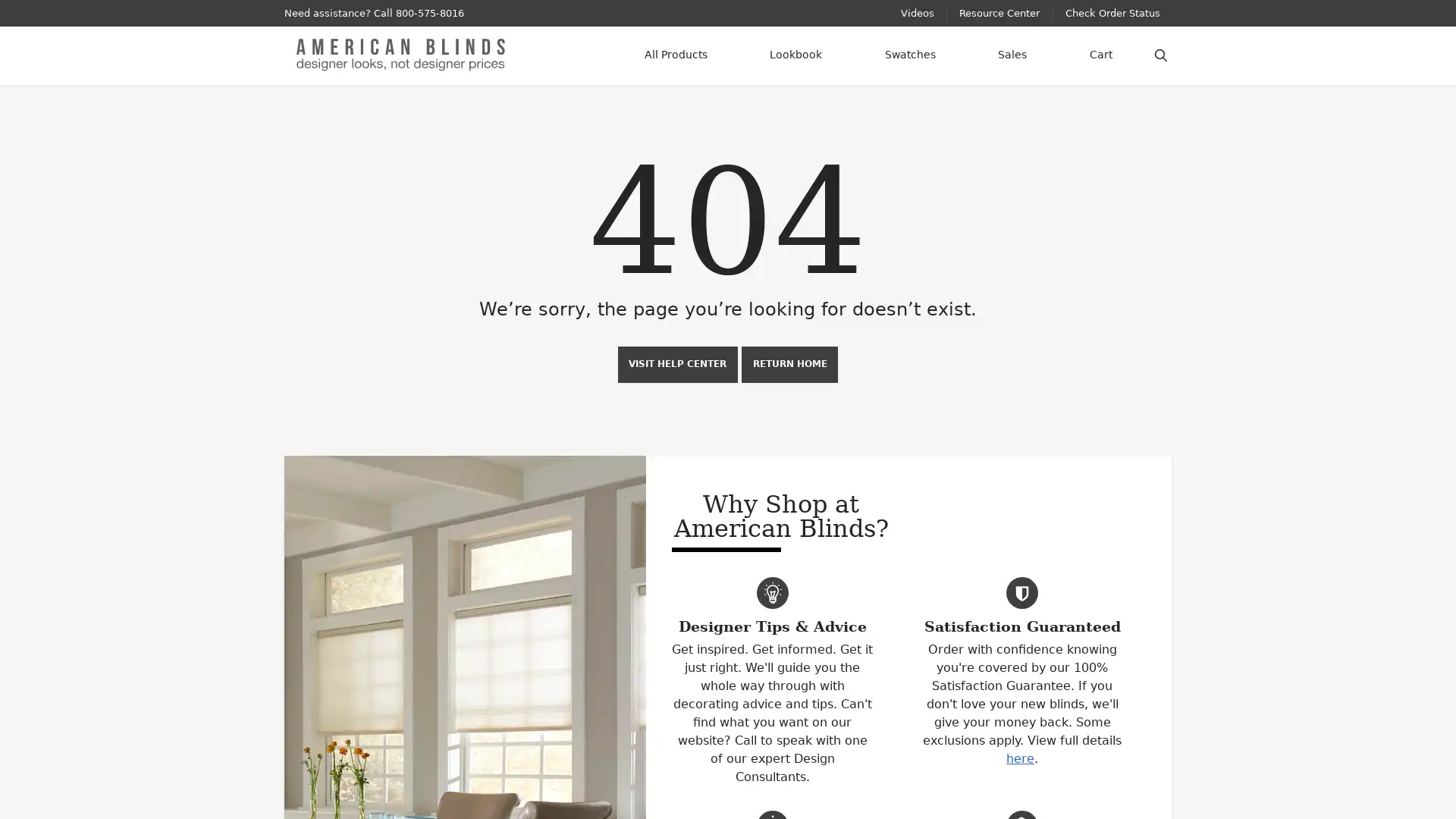 The width and height of the screenshot is (1456, 819). What do you see at coordinates (502, 12) in the screenshot?
I see `OR LIVE CHAT` at bounding box center [502, 12].